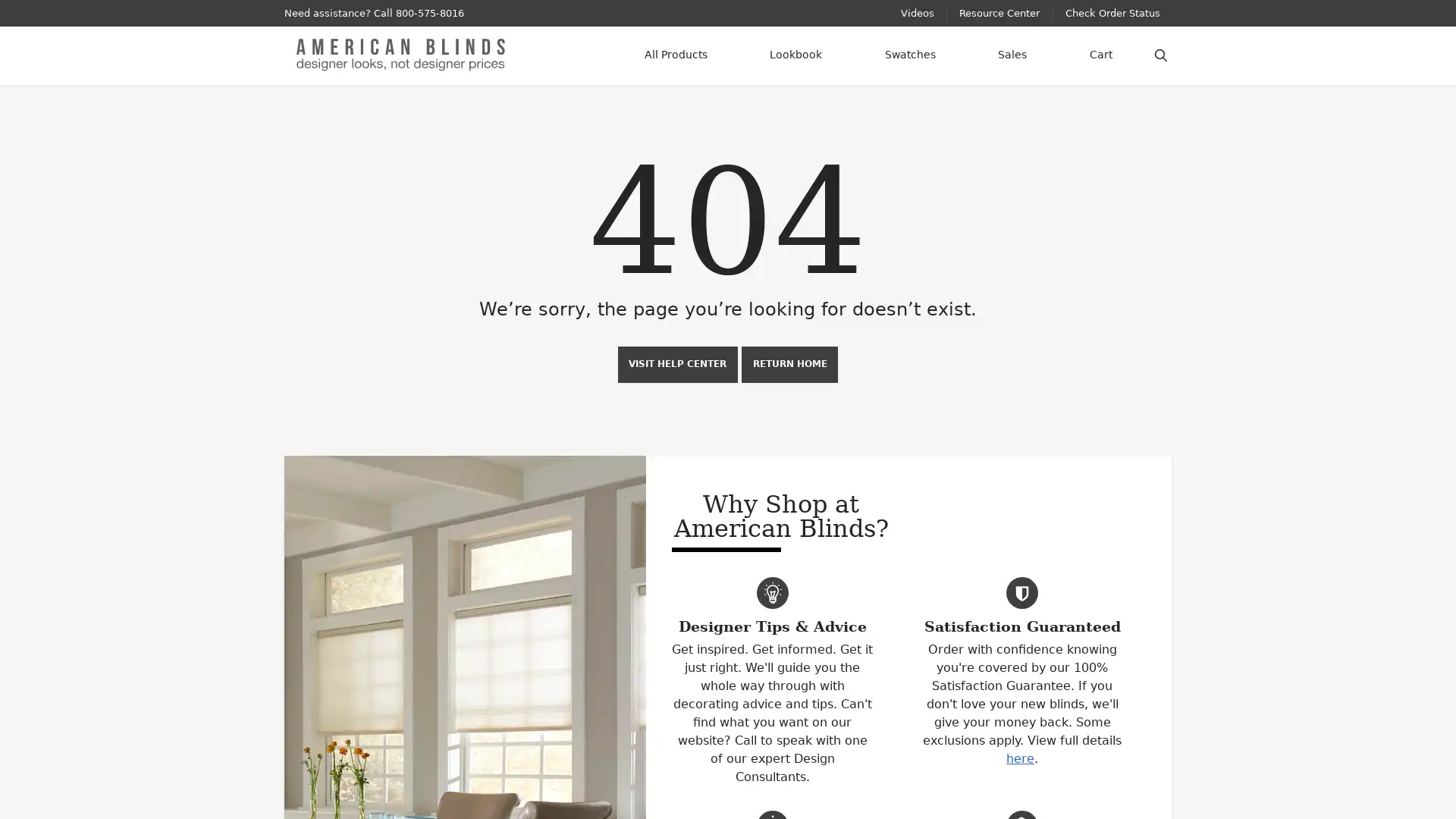 The width and height of the screenshot is (1456, 819). What do you see at coordinates (502, 12) in the screenshot?
I see `OR LIVE CHAT` at bounding box center [502, 12].